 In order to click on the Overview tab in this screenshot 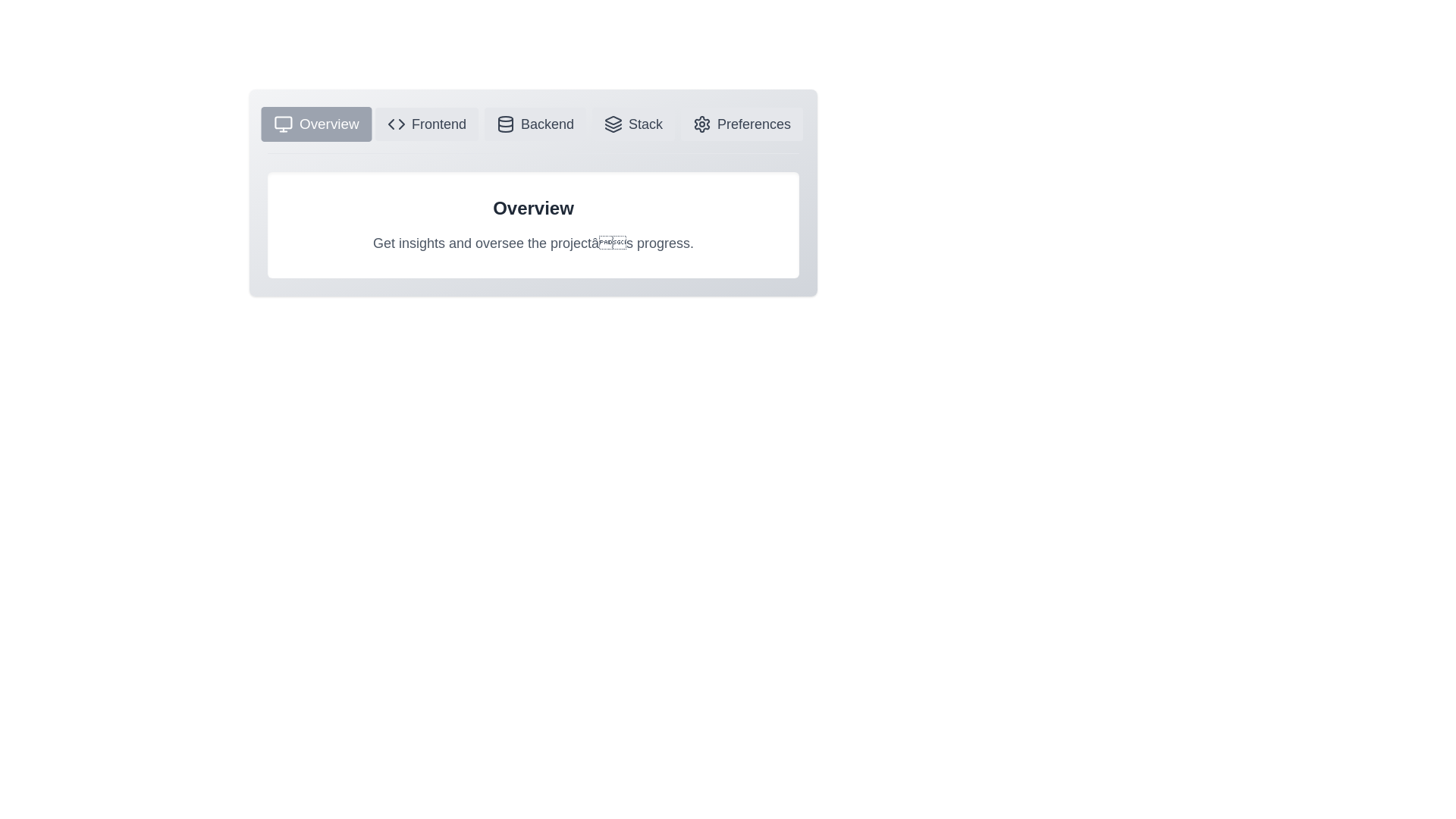, I will do `click(315, 124)`.